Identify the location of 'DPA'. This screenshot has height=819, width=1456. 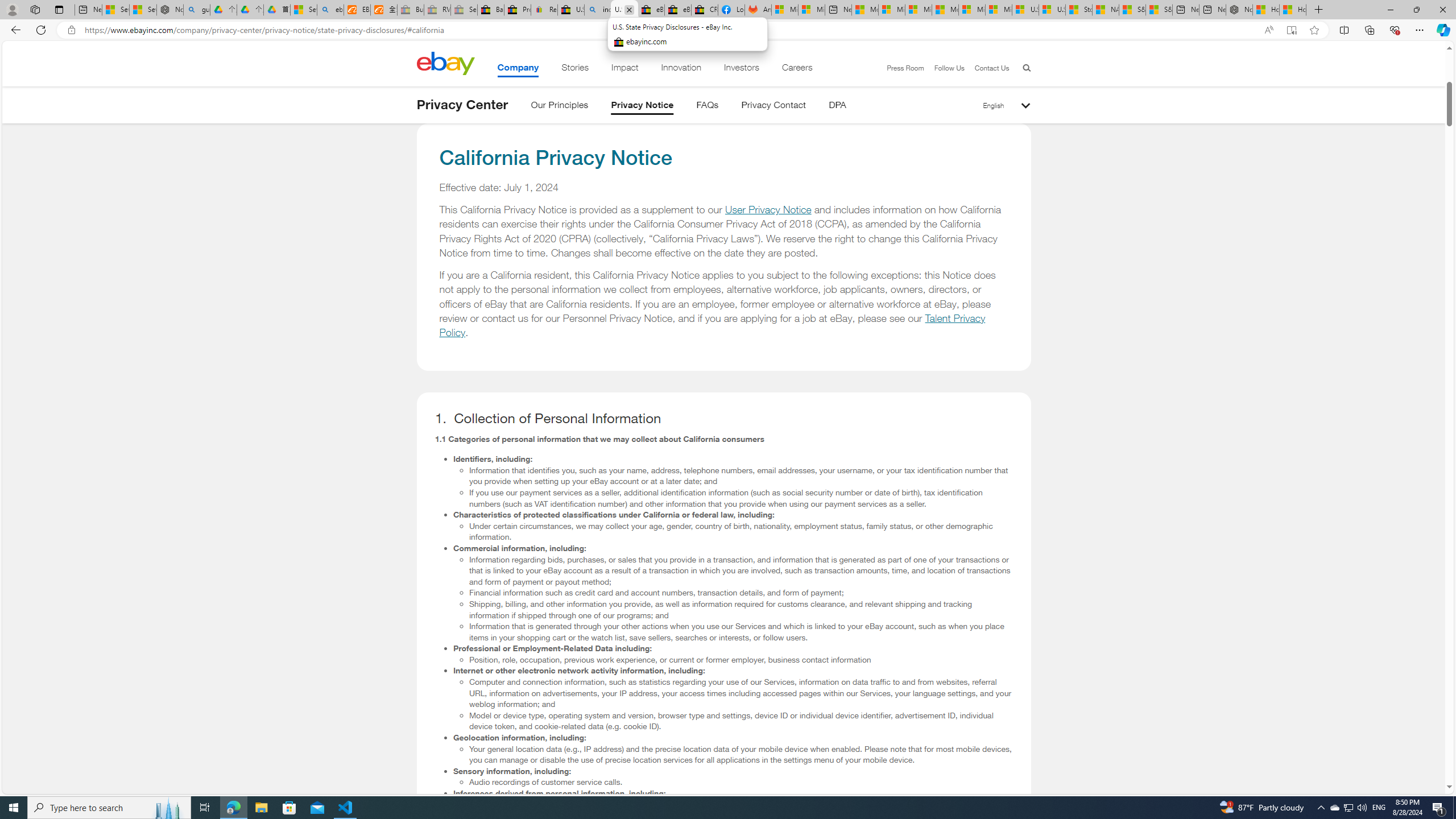
(837, 106).